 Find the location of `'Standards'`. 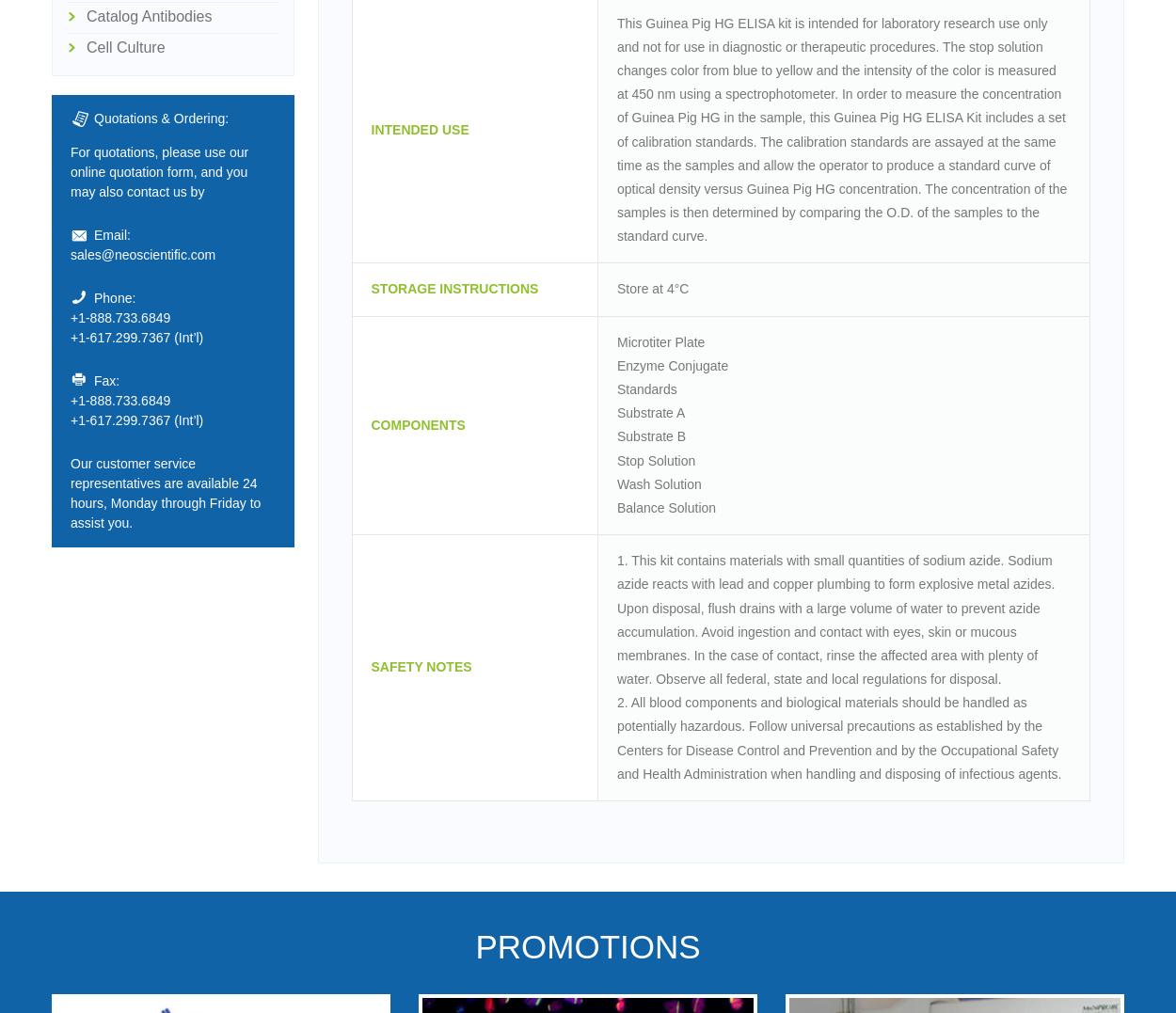

'Standards' is located at coordinates (616, 388).